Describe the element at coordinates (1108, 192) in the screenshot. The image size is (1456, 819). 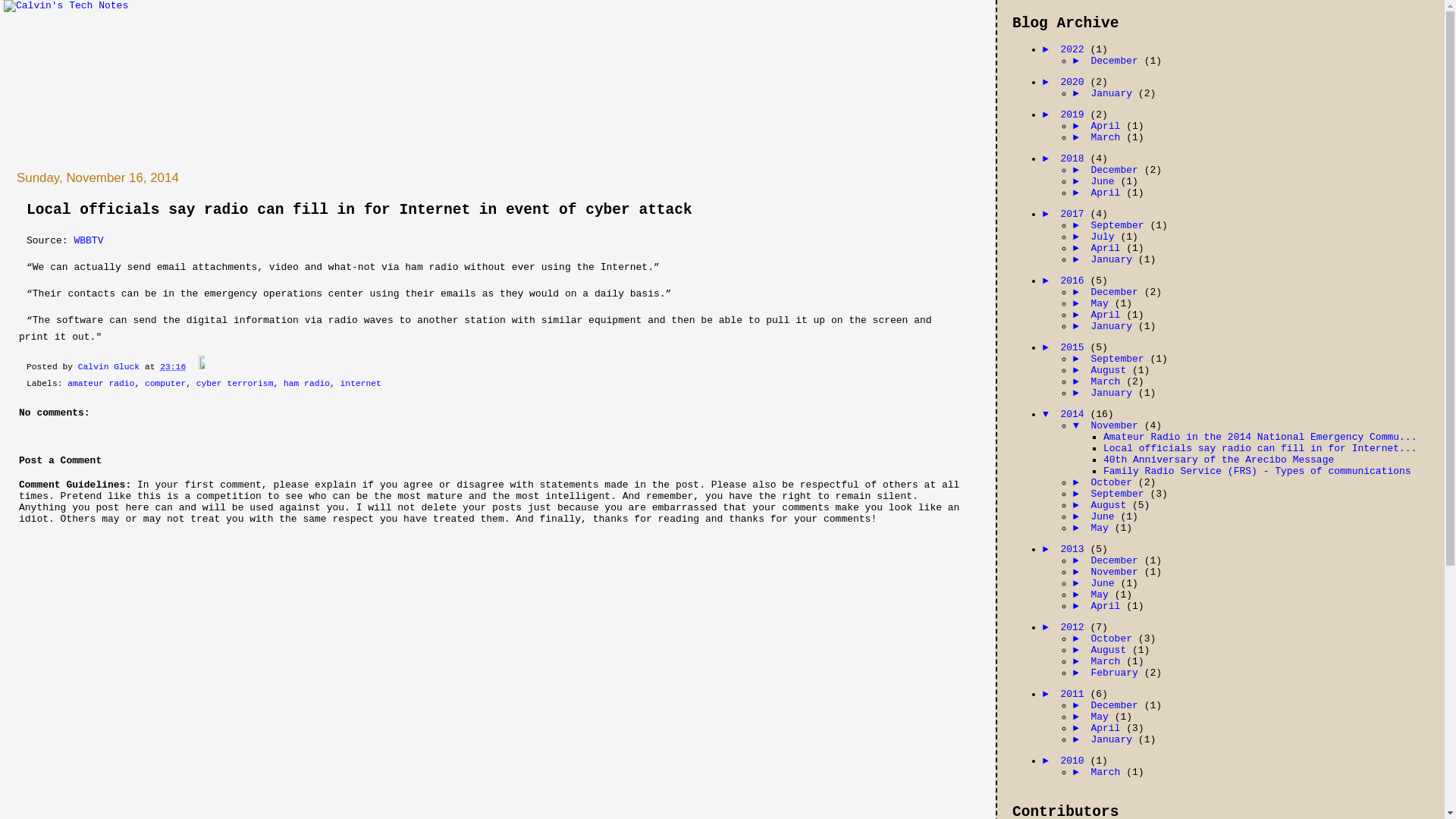
I see `'April'` at that location.